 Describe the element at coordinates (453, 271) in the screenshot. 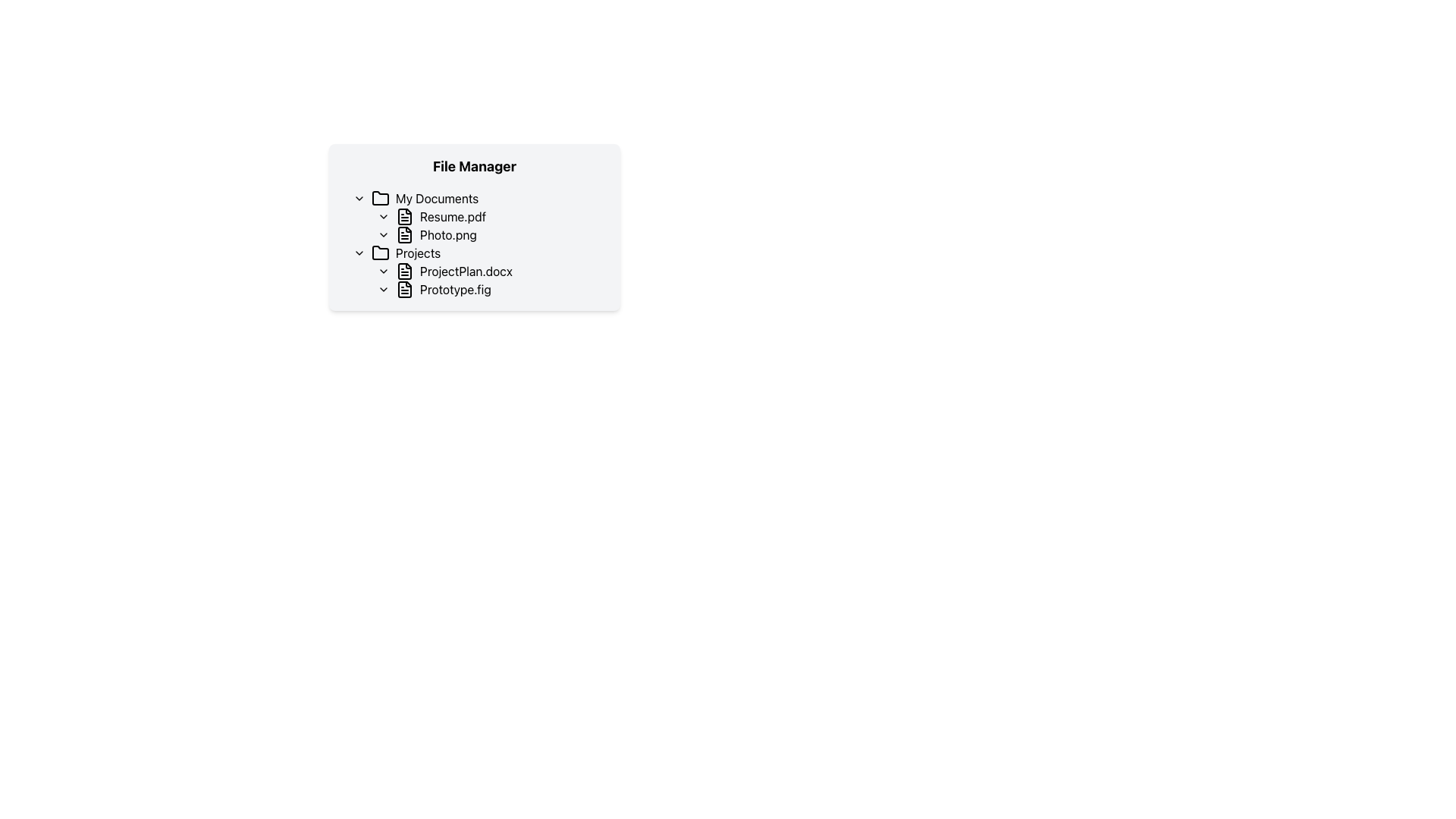

I see `the text label 'ProjectPlan.docx' with an accompanying document icon` at that location.